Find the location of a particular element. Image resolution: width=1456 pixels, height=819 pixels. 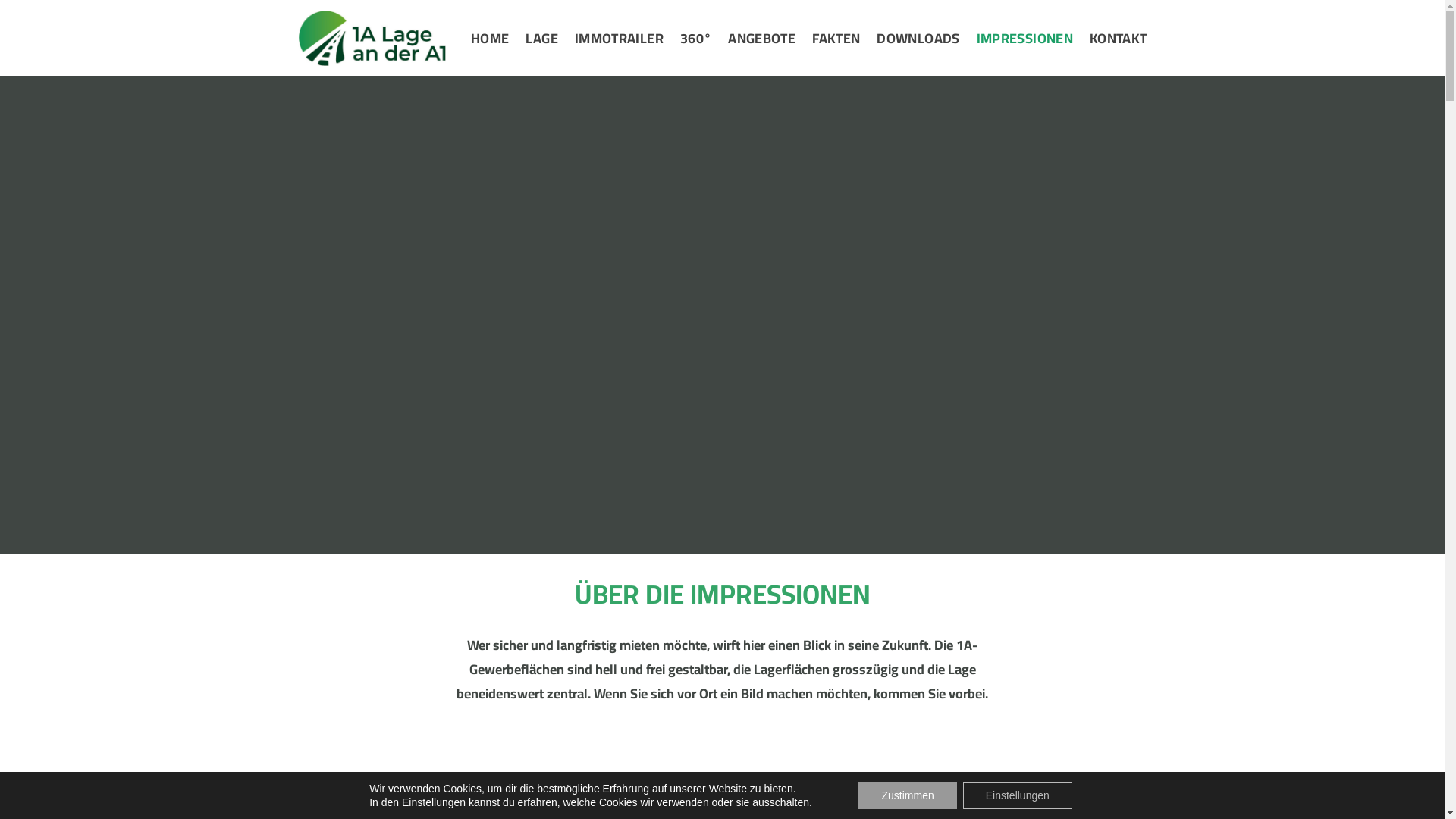

'LAGE' is located at coordinates (541, 37).